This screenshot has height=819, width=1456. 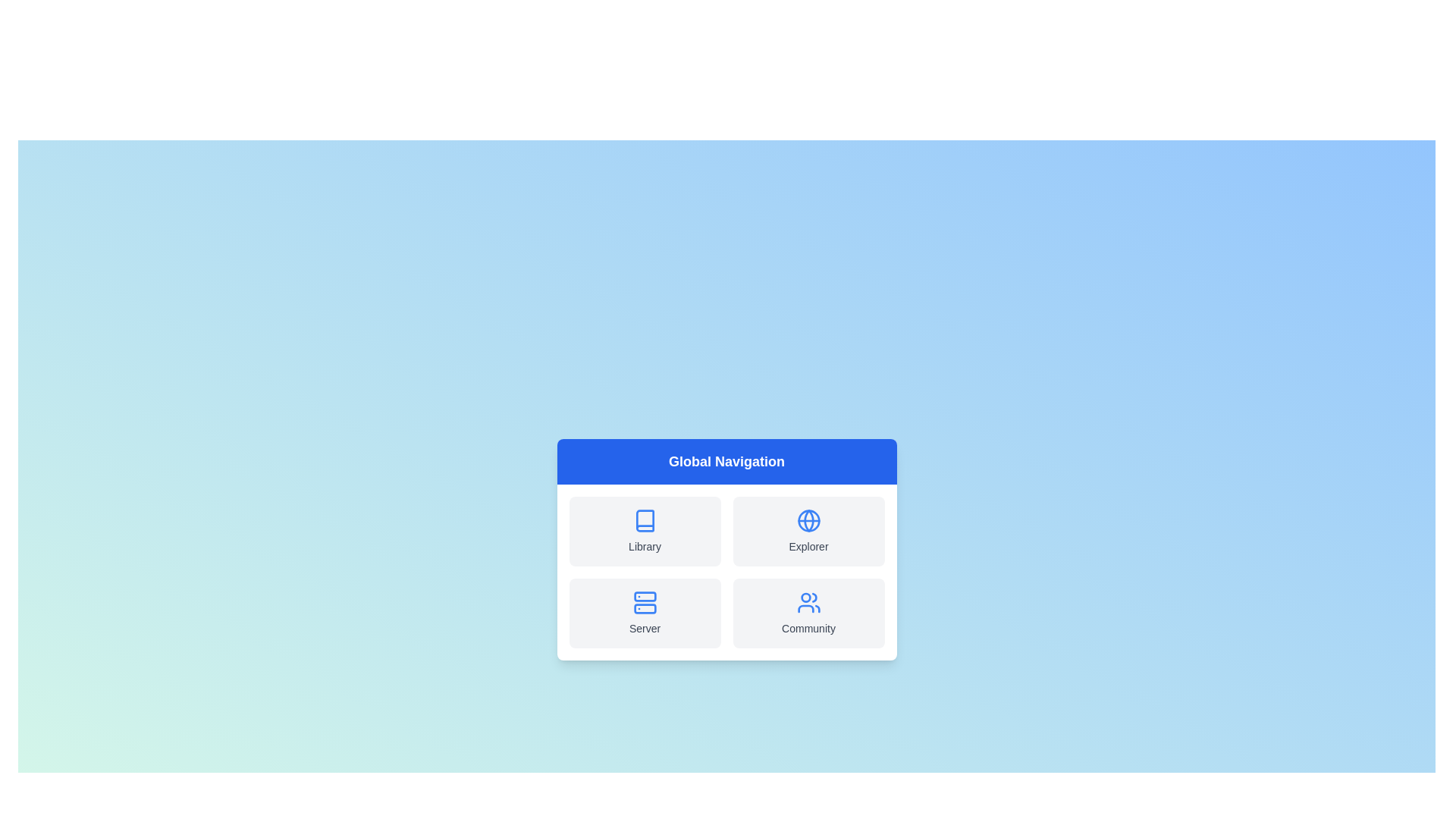 I want to click on the Explorer navigation option, so click(x=808, y=531).